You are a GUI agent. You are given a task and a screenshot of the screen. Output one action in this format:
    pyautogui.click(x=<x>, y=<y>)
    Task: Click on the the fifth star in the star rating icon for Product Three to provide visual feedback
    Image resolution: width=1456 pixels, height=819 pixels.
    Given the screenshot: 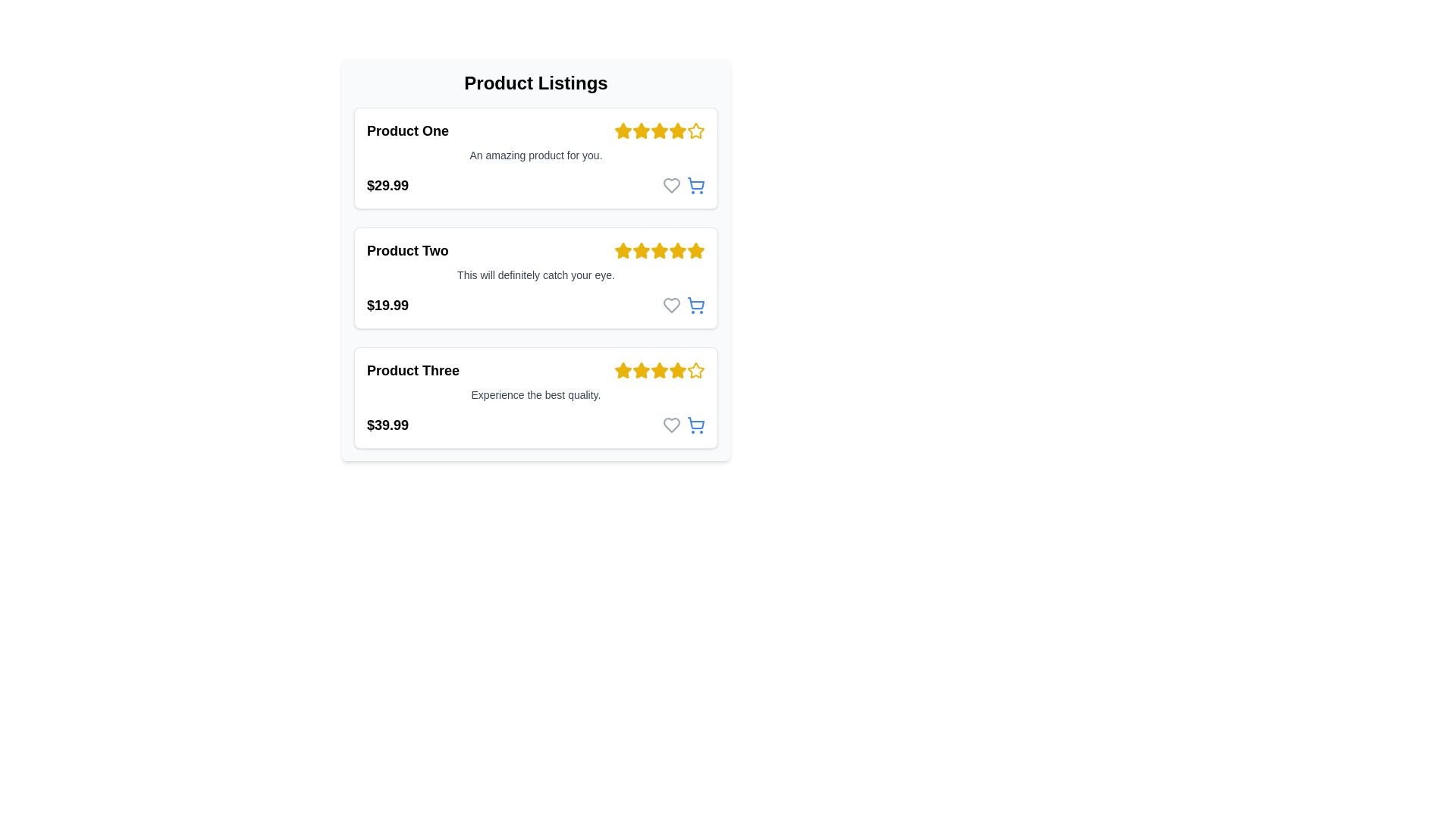 What is the action you would take?
    pyautogui.click(x=659, y=371)
    